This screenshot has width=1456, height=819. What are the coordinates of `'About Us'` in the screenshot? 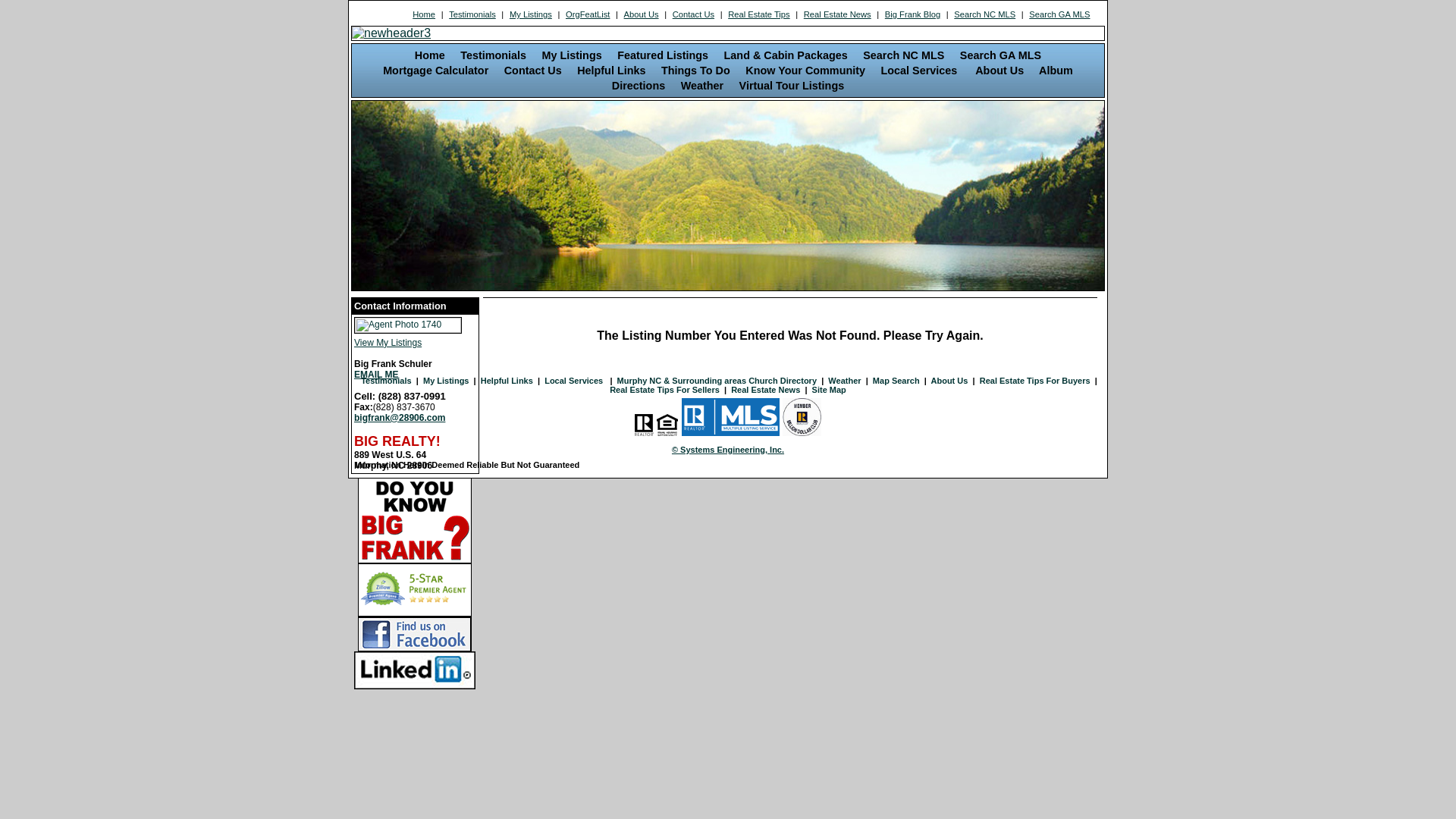 It's located at (949, 379).